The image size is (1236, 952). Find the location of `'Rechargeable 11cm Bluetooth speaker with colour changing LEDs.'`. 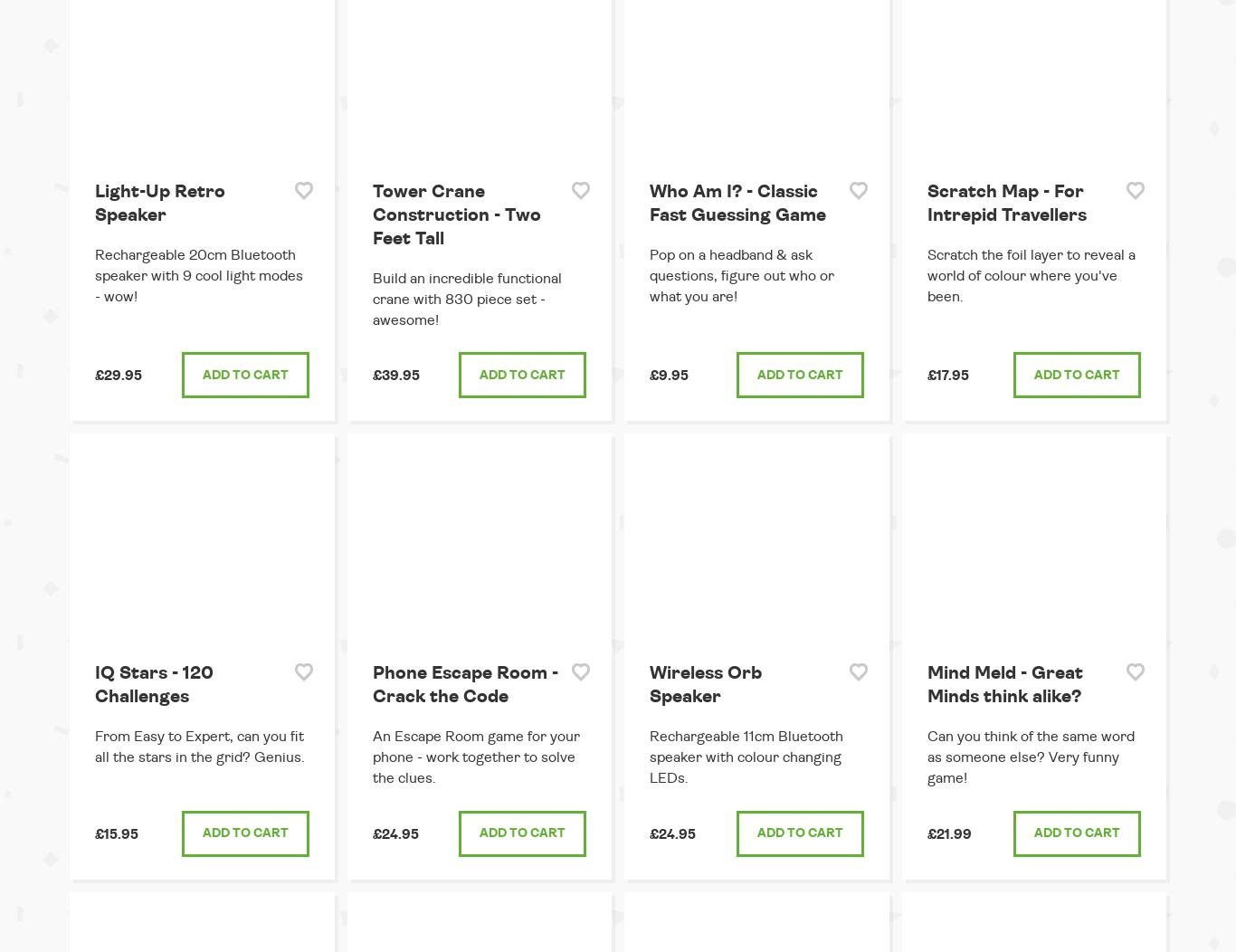

'Rechargeable 11cm Bluetooth speaker with colour changing LEDs.' is located at coordinates (746, 756).